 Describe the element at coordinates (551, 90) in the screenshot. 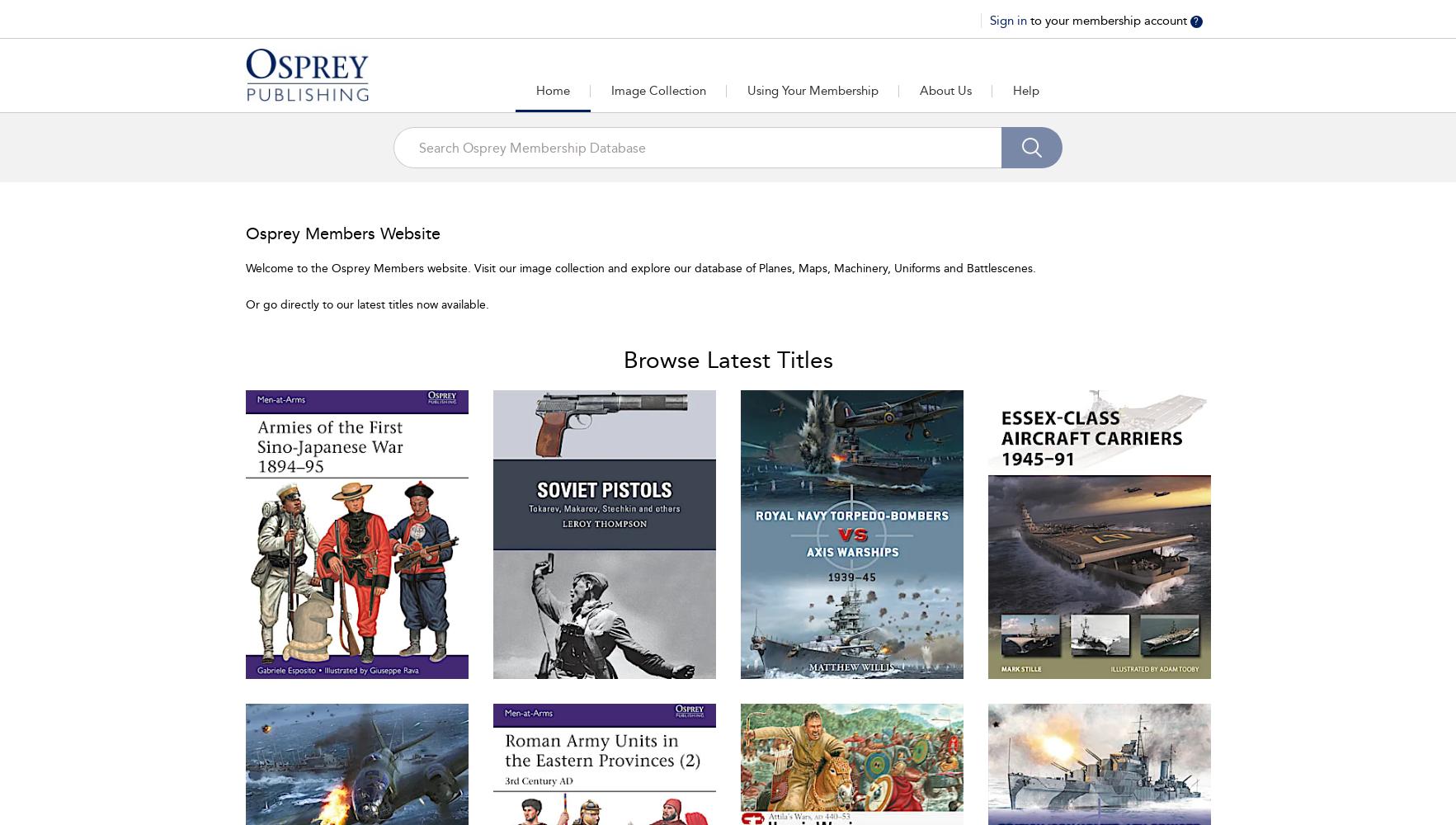

I see `'Home'` at that location.